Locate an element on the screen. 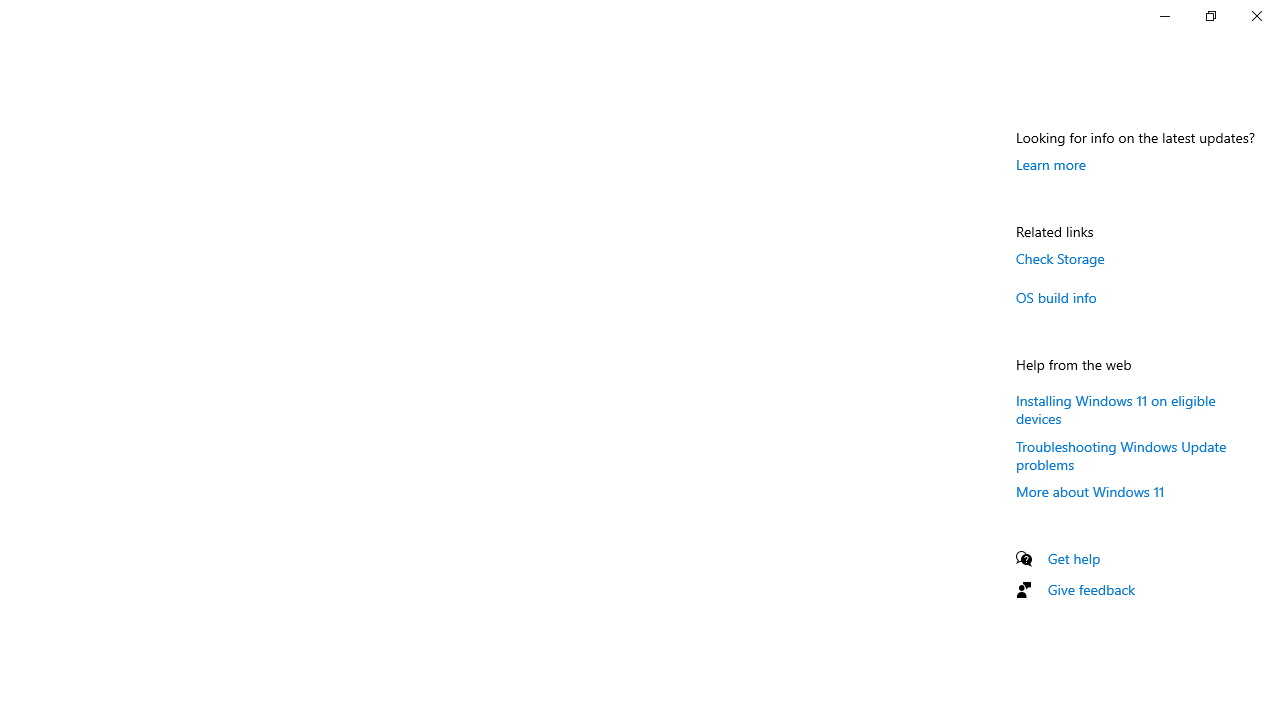  'Installing Windows 11 on eligible devices' is located at coordinates (1115, 407).